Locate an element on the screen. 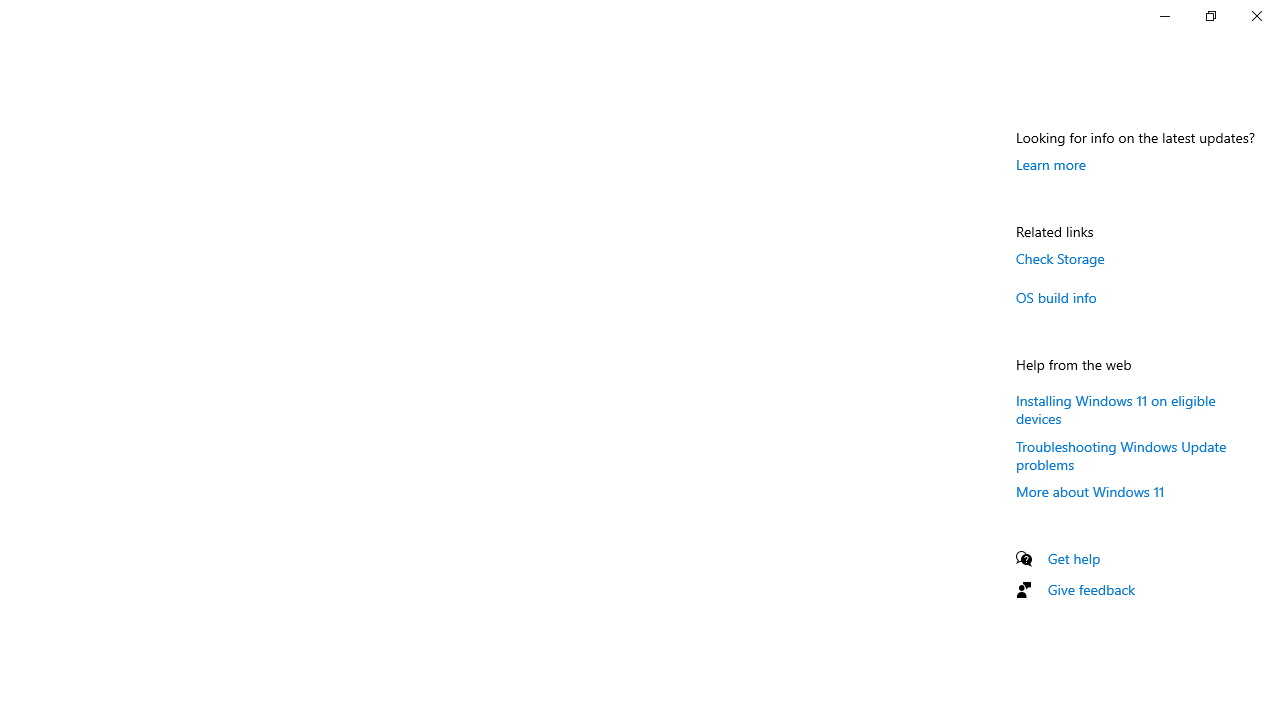  'Installing Windows 11 on eligible devices' is located at coordinates (1115, 407).